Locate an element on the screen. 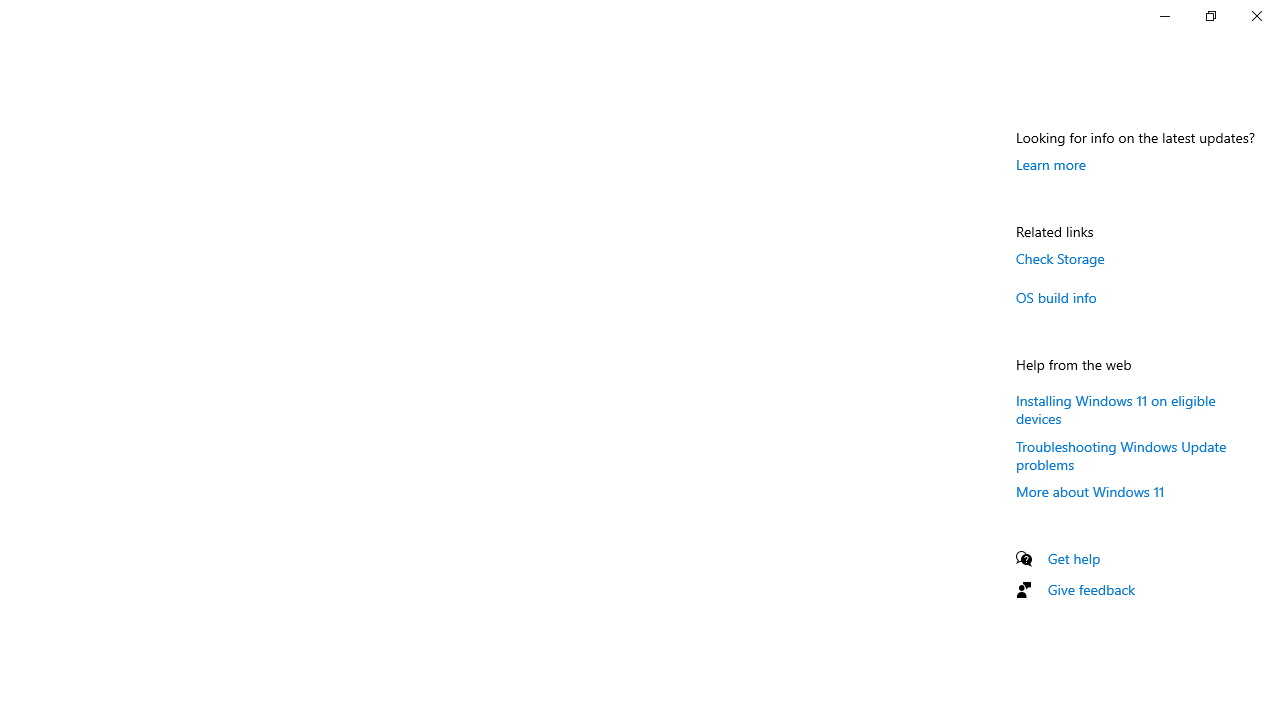  'Installing Windows 11 on eligible devices' is located at coordinates (1115, 407).